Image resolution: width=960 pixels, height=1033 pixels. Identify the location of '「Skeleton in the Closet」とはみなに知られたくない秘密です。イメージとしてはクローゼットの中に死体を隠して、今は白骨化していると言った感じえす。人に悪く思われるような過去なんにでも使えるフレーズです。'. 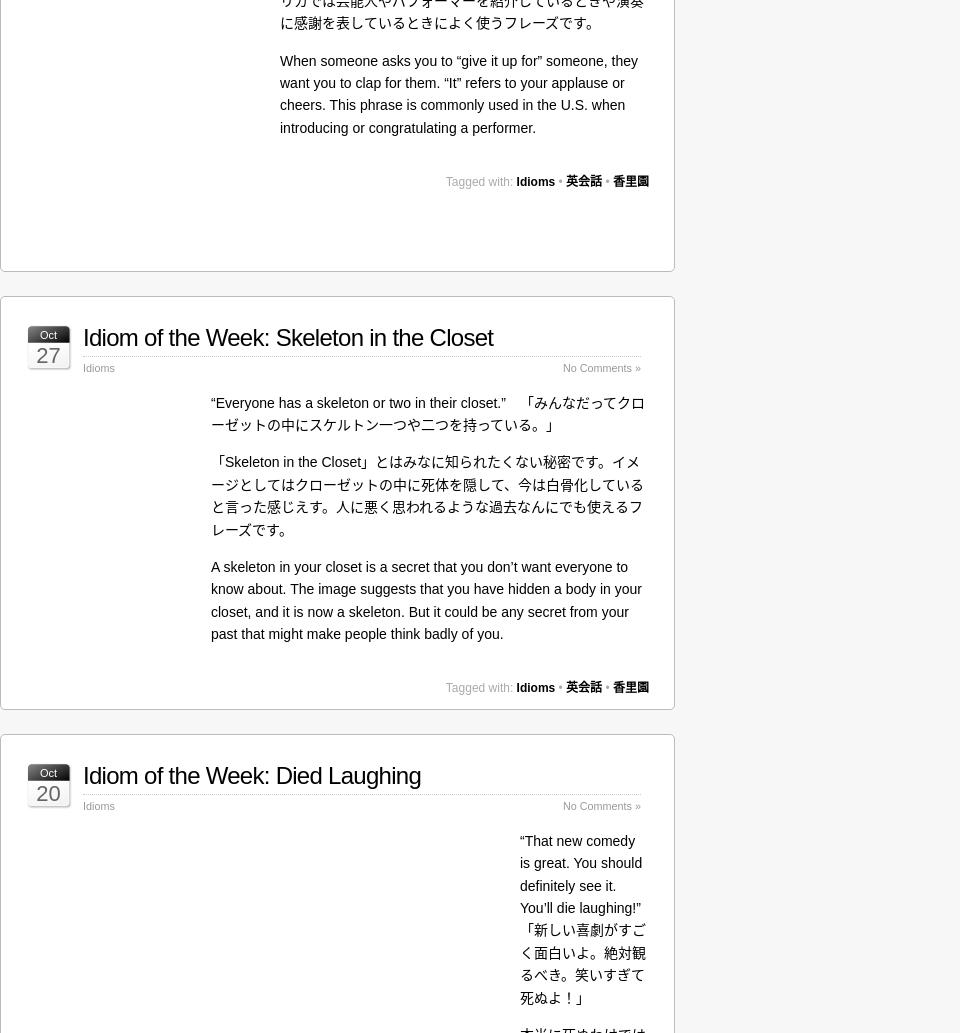
(427, 495).